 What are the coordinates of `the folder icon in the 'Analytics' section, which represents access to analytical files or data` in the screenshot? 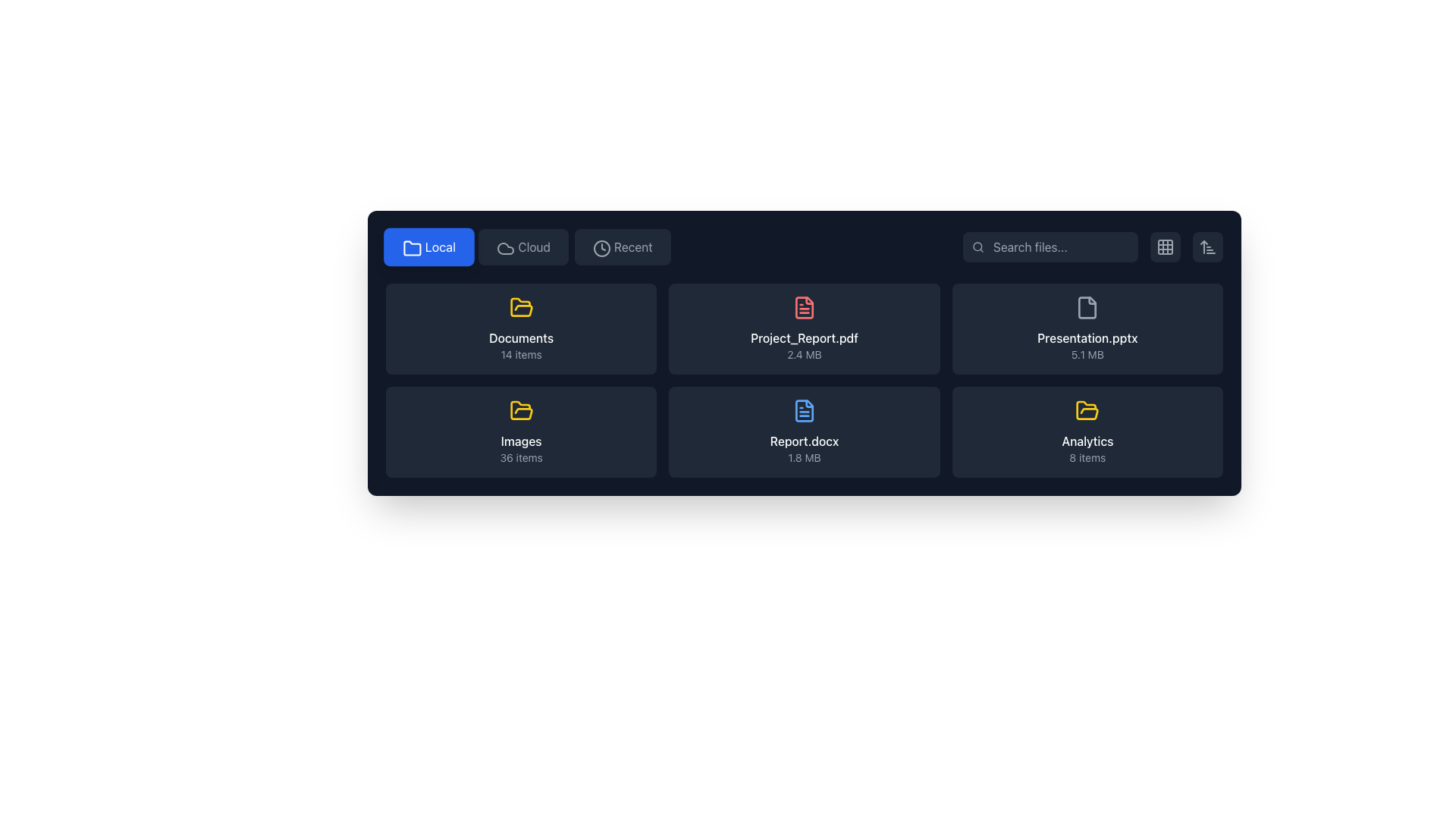 It's located at (1087, 411).